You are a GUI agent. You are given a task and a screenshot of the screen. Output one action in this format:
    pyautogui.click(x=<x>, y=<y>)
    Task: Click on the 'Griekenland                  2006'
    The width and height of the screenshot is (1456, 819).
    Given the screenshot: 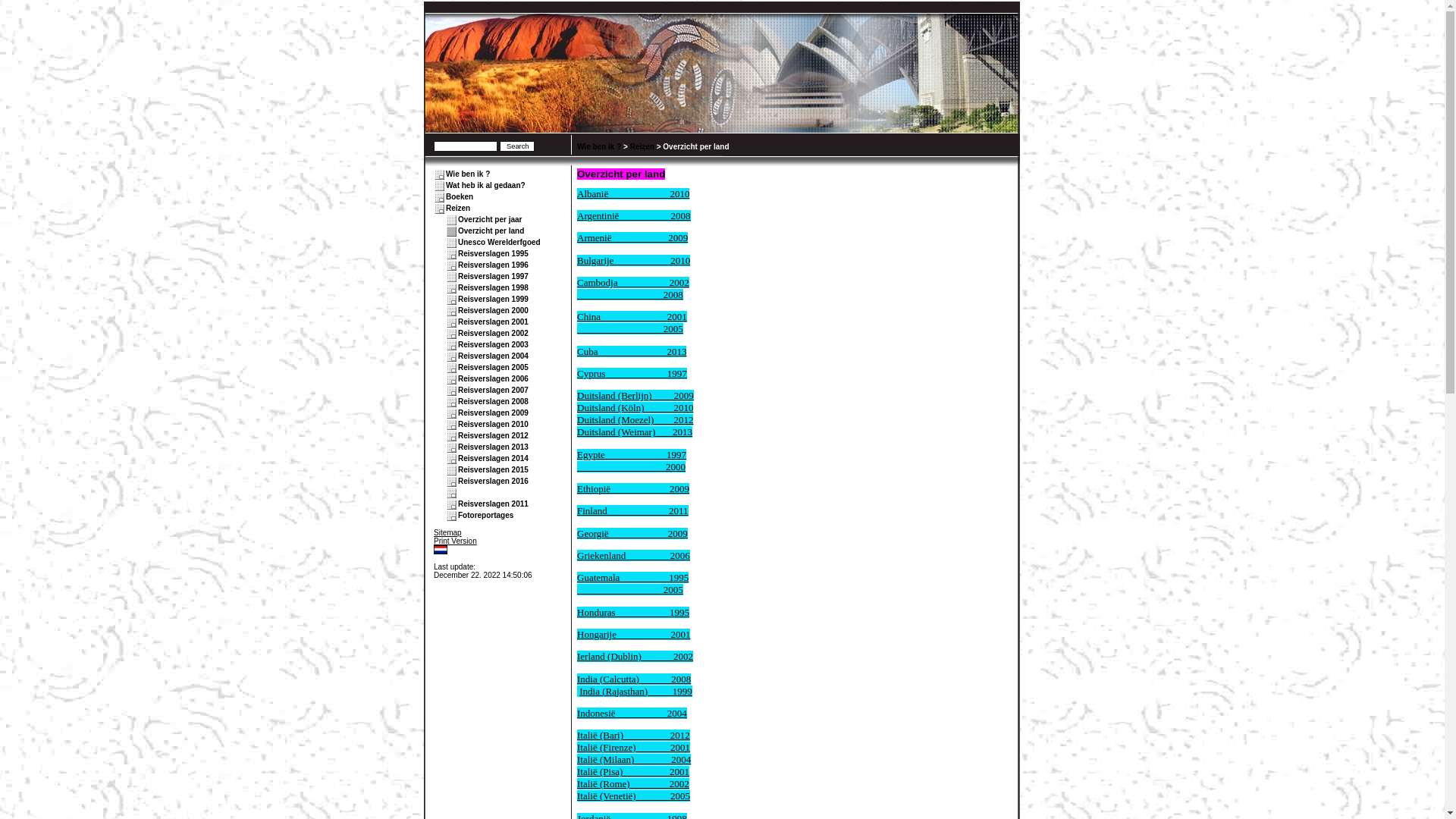 What is the action you would take?
    pyautogui.click(x=576, y=555)
    